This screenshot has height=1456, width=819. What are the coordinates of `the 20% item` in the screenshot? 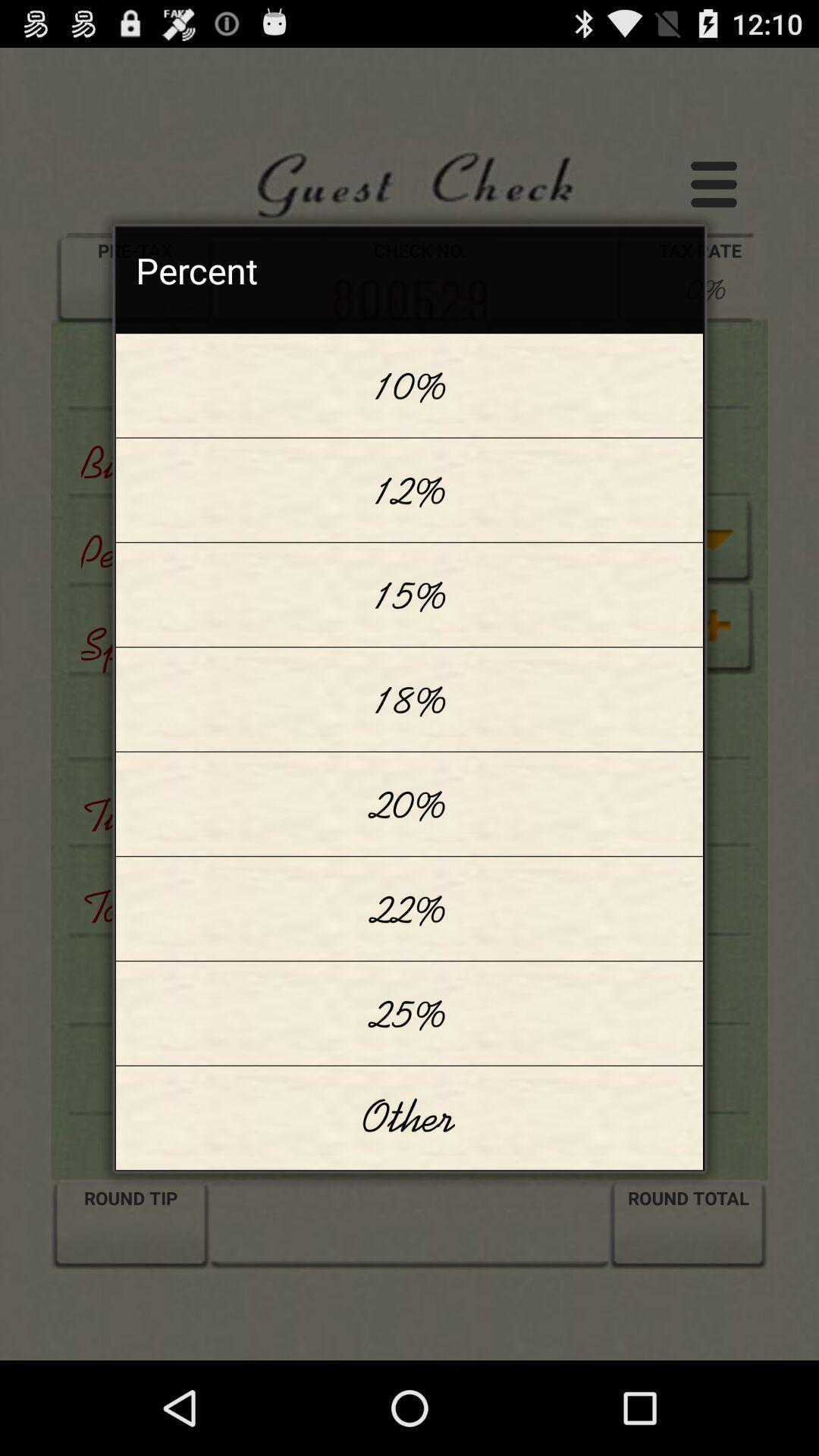 It's located at (409, 803).